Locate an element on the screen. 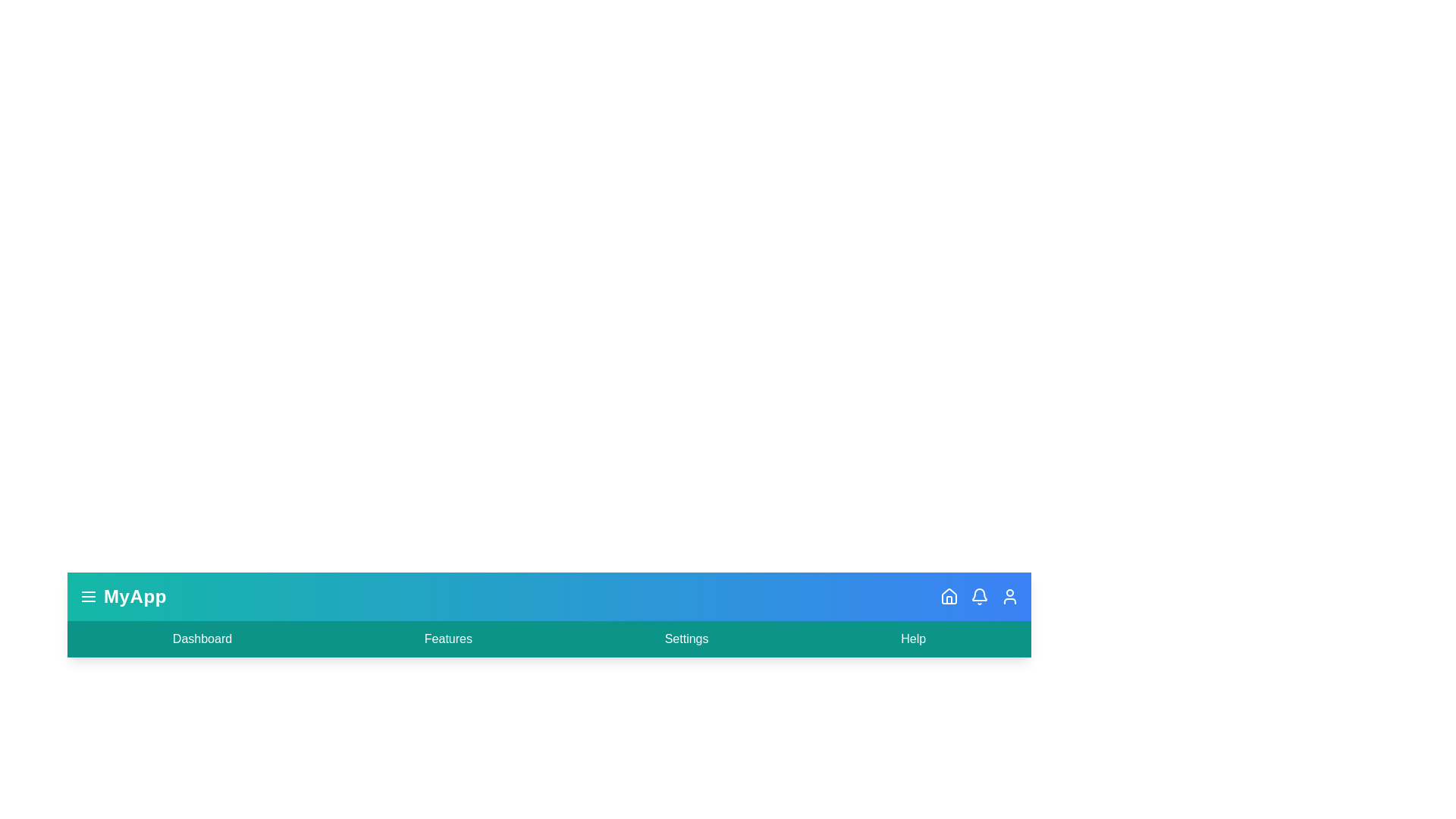  the bell icon to access notifications is located at coordinates (979, 595).